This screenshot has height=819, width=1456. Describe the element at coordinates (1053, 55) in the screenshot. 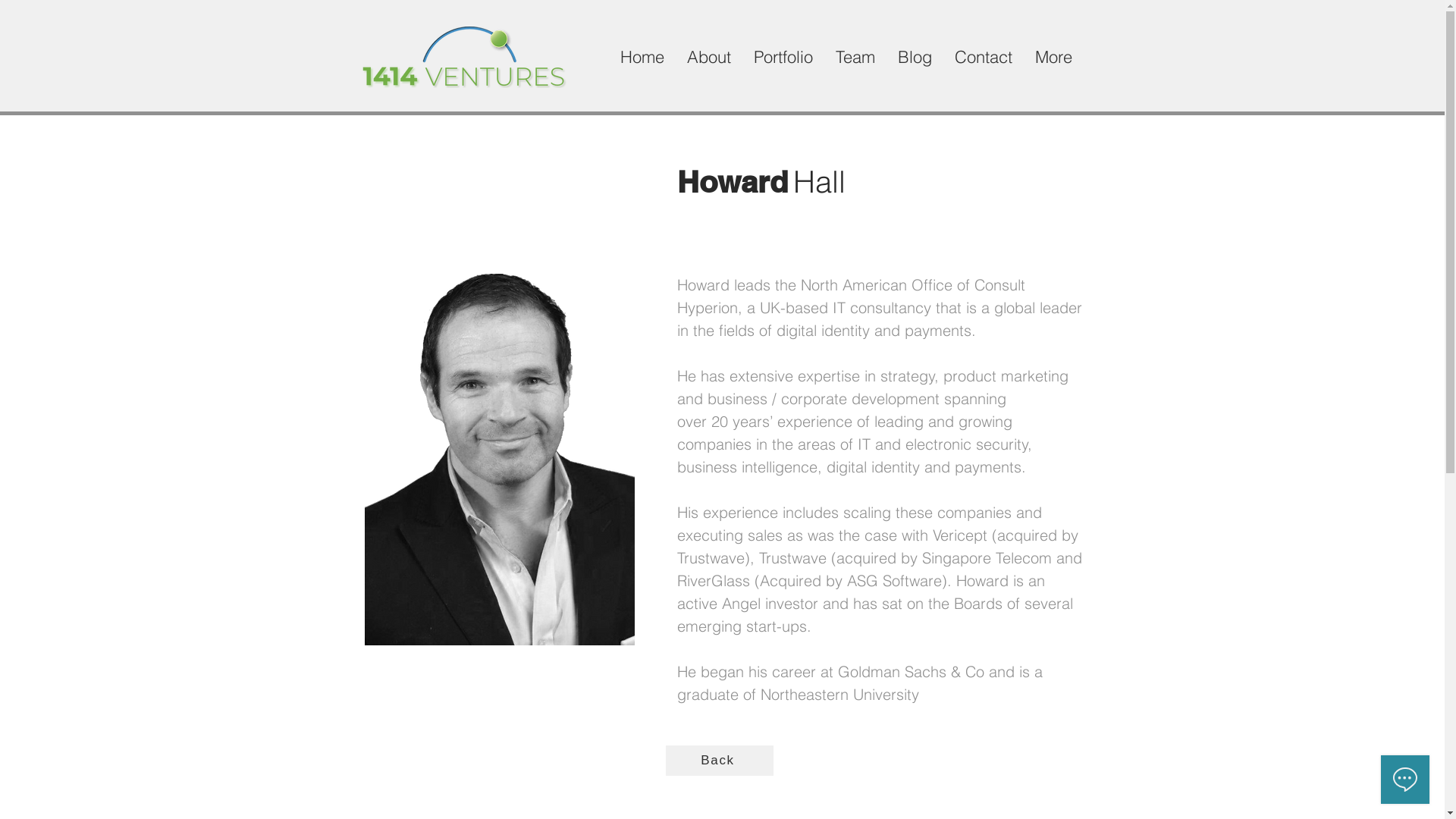

I see `'More'` at that location.